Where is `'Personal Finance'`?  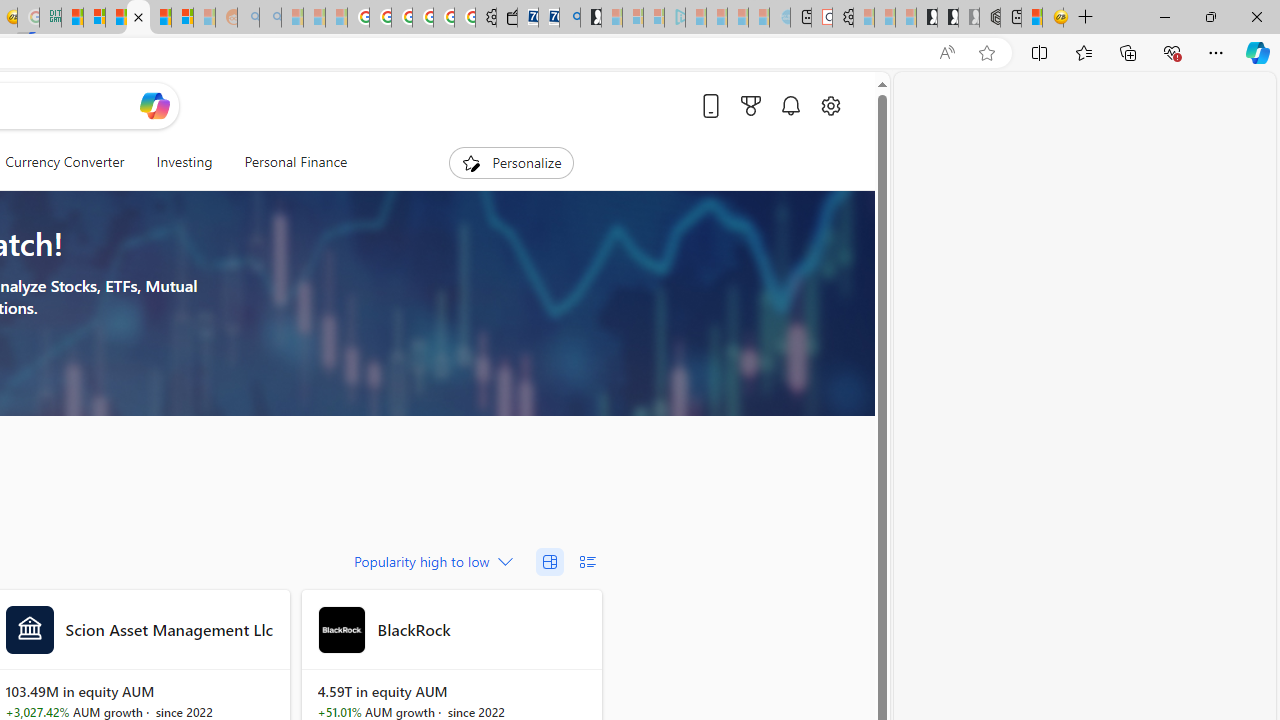
'Personal Finance' is located at coordinates (295, 162).